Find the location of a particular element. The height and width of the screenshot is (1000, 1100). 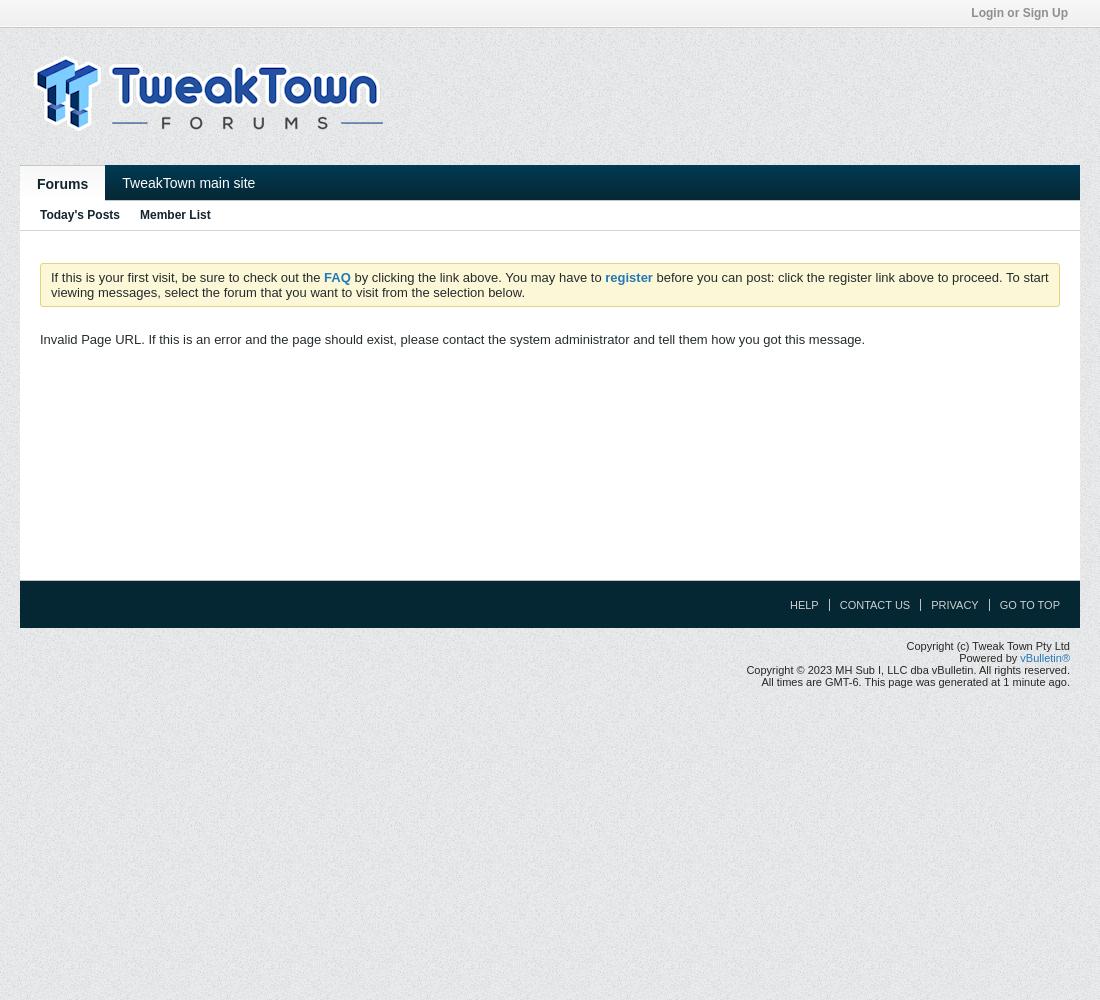

'Go to top' is located at coordinates (1028, 604).